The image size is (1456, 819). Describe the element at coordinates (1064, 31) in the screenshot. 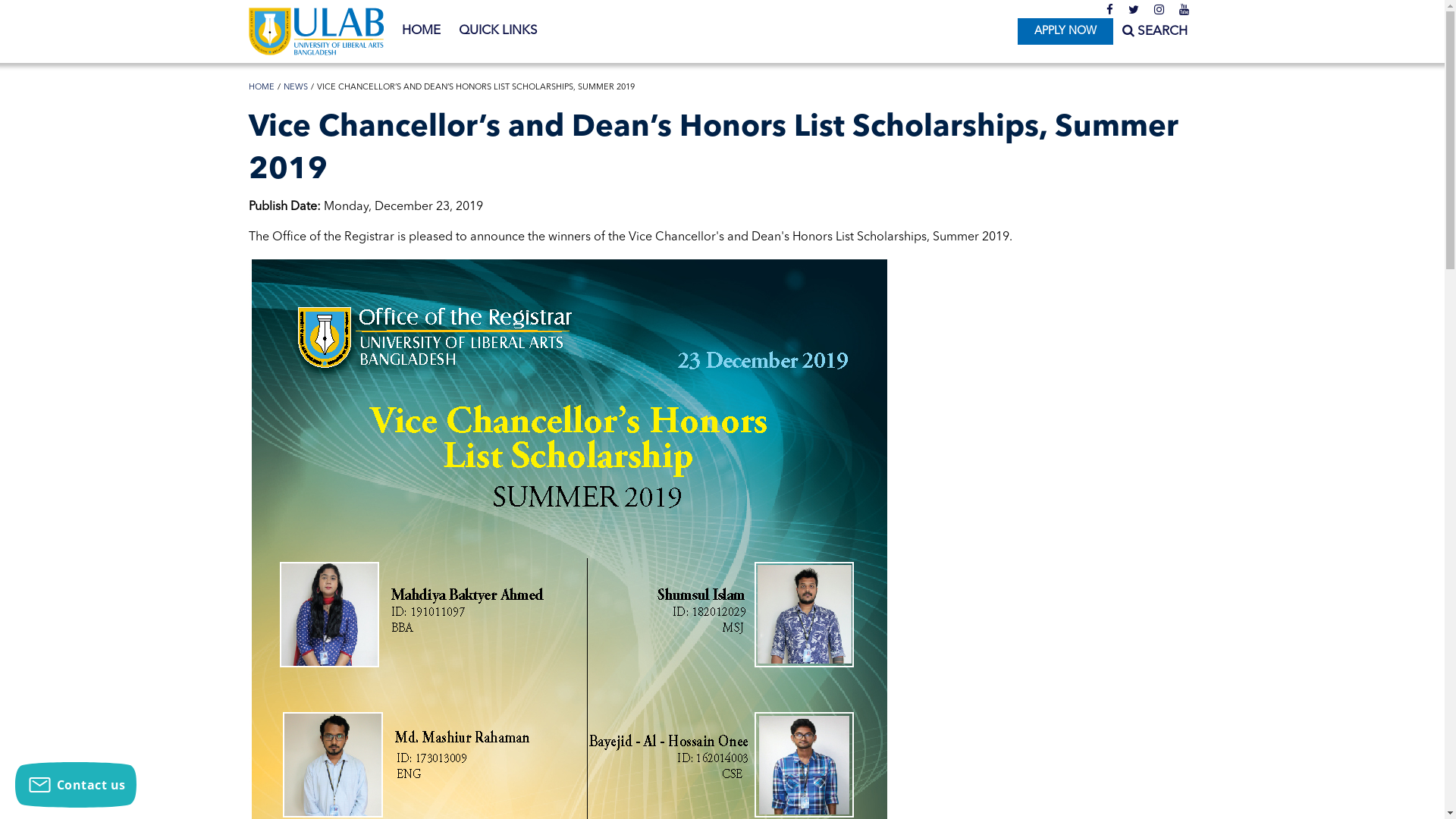

I see `'APPLY NOW'` at that location.